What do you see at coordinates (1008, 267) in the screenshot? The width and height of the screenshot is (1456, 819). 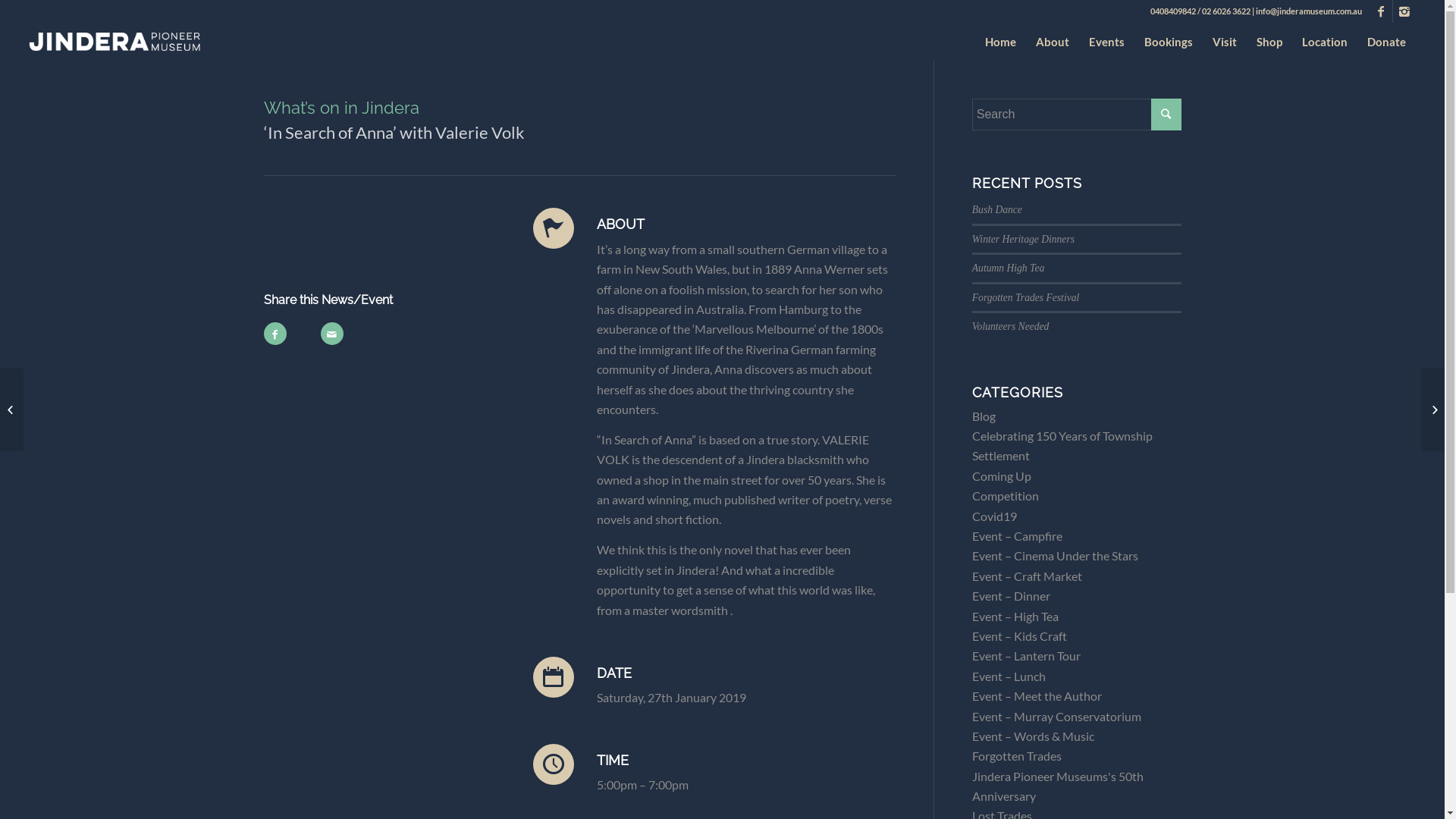 I see `'Autumn High Tea'` at bounding box center [1008, 267].